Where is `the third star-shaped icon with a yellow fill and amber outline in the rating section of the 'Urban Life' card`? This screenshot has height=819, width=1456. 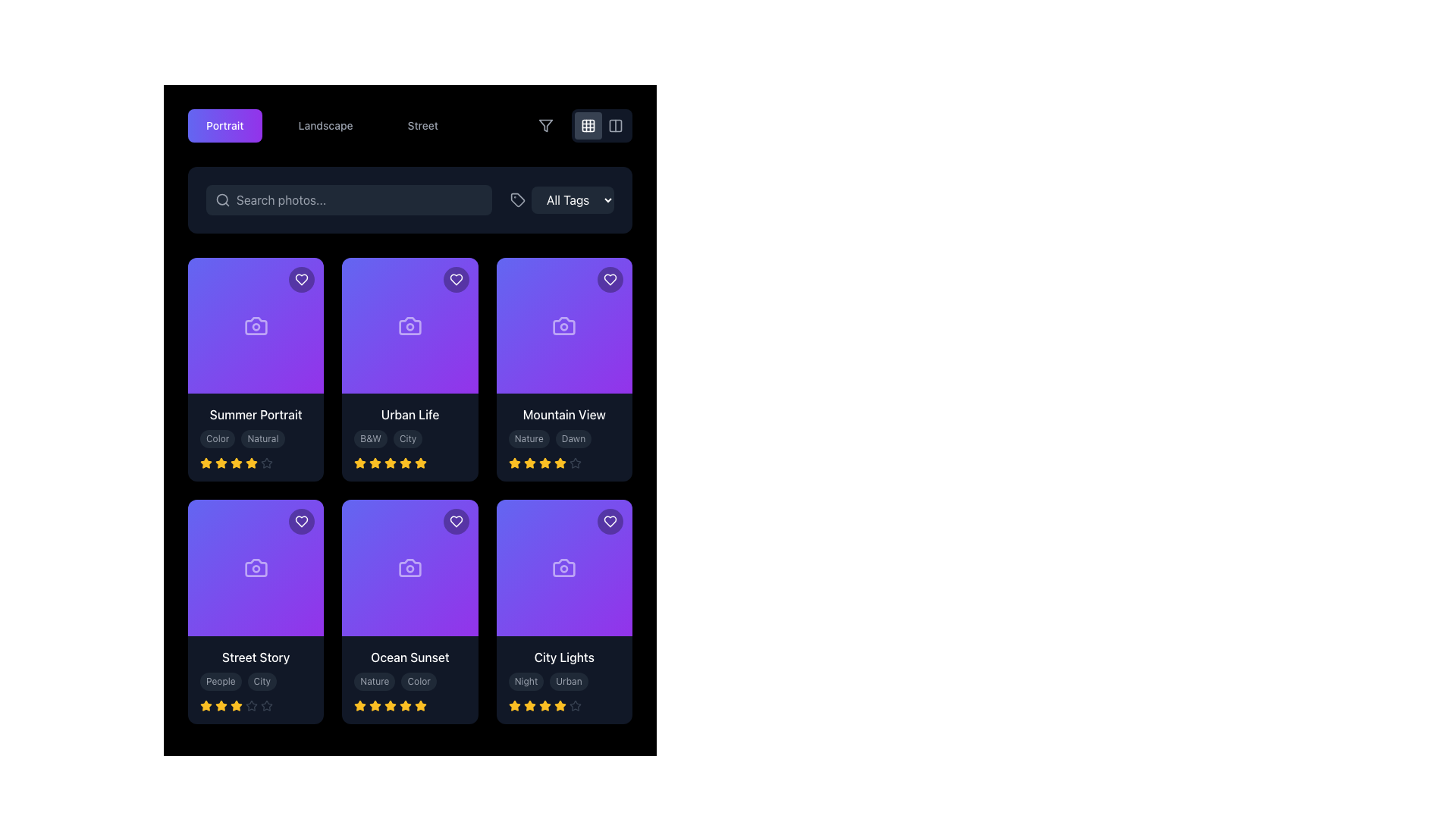
the third star-shaped icon with a yellow fill and amber outline in the rating section of the 'Urban Life' card is located at coordinates (375, 463).